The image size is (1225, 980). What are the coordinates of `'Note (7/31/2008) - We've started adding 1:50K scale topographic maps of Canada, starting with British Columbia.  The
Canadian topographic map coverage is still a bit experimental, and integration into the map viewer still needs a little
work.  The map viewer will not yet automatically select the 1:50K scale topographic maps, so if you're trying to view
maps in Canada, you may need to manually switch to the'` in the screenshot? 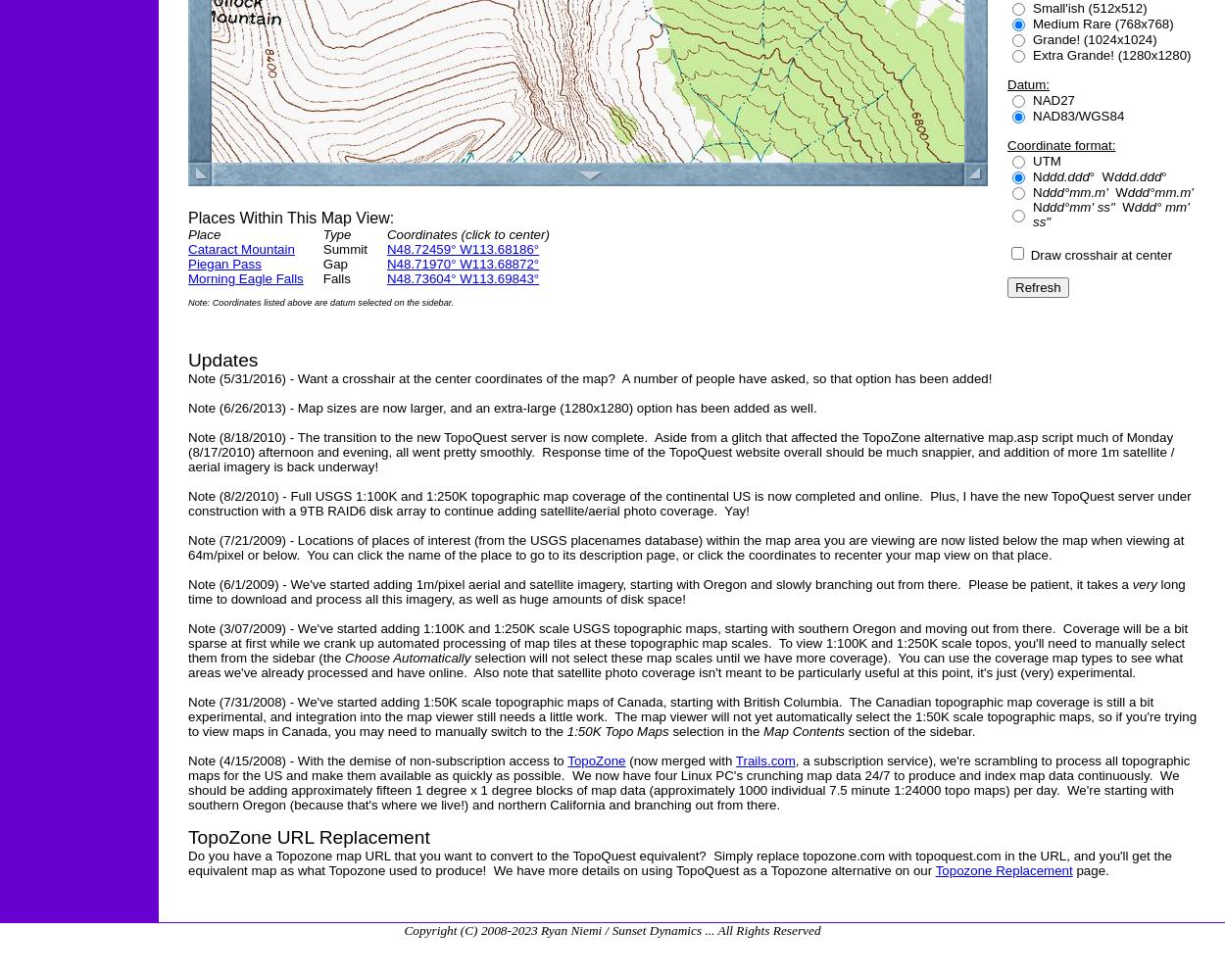 It's located at (691, 715).